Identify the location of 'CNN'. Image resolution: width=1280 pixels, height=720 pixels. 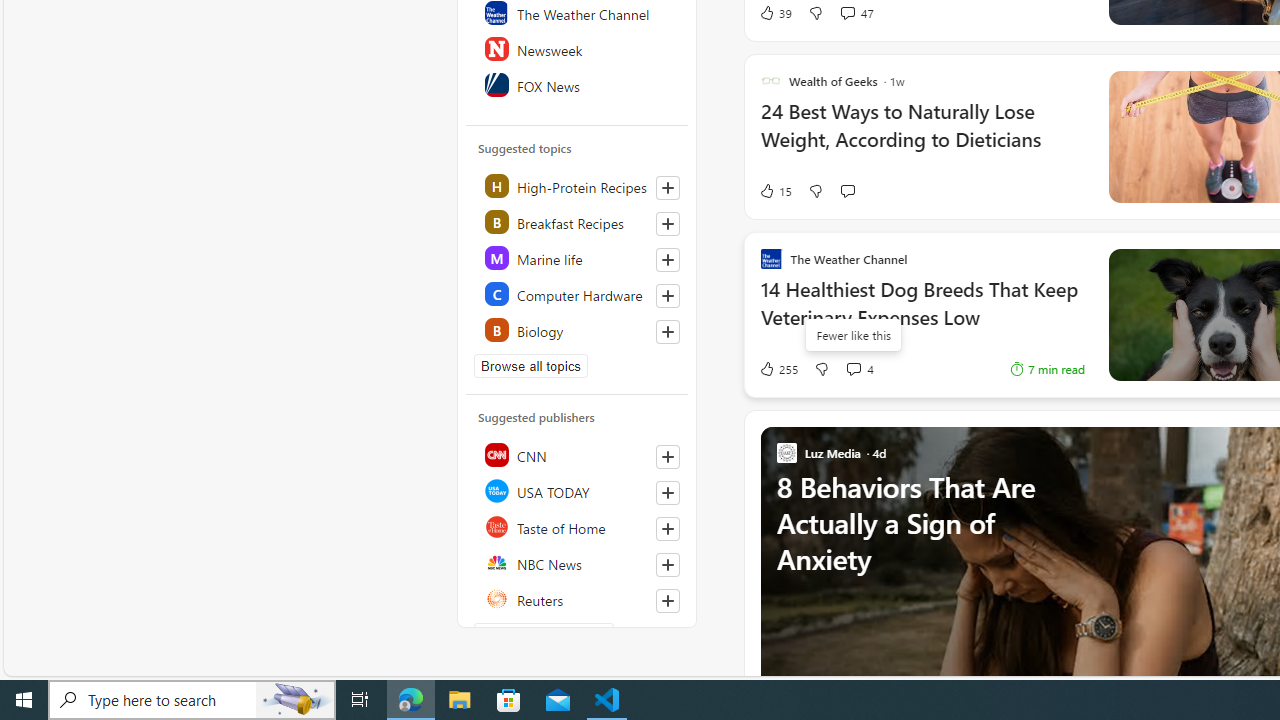
(577, 455).